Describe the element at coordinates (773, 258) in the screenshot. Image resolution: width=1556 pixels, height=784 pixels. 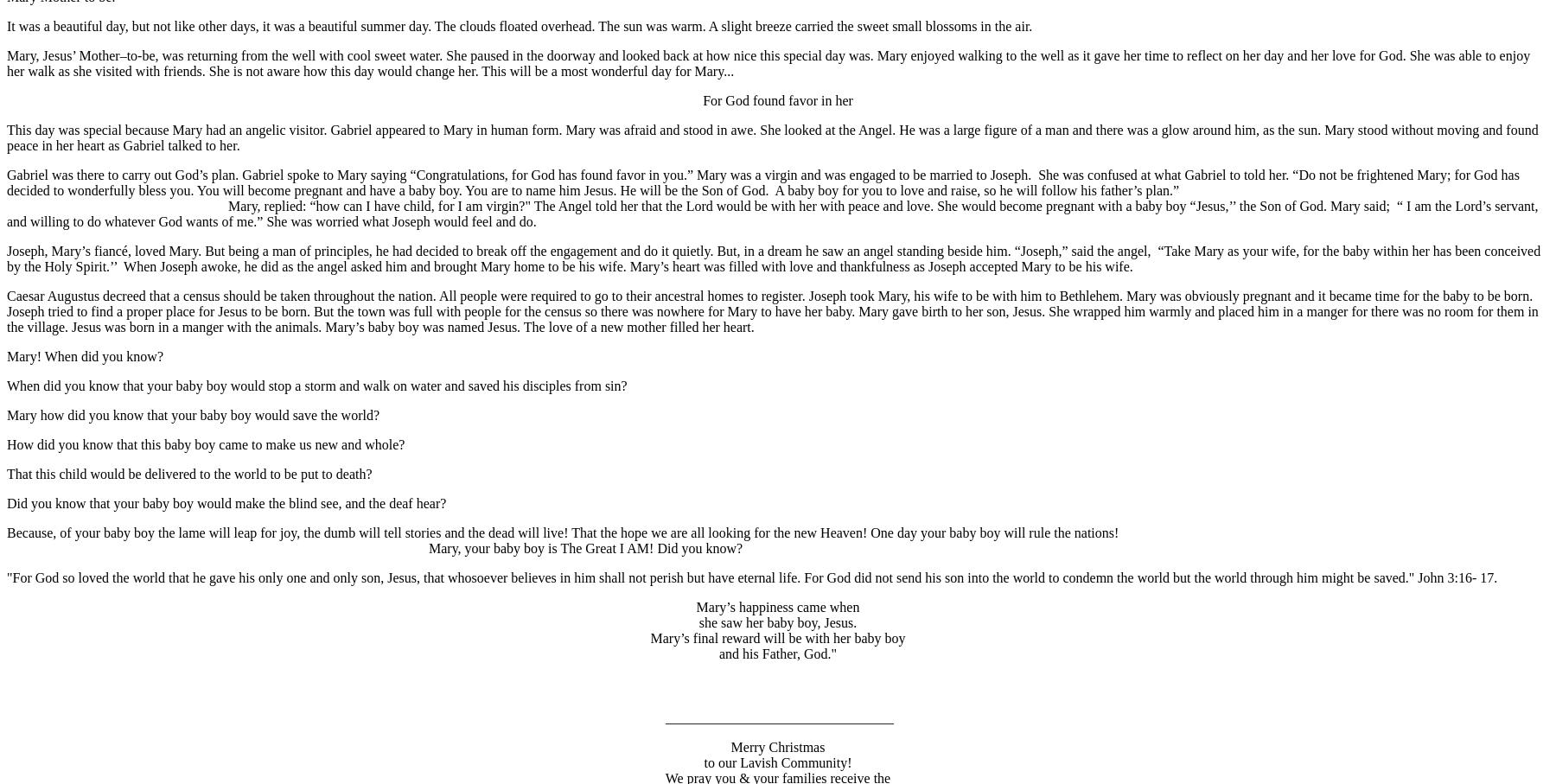
I see `'Joseph, Mary’s fiancé, loved Mary. But being a man of principles, he had decided to break off the engagement and do it quietly. But, in a dream he saw an angel standing beside him. “Joseph,” said the angel,  “Take Mary as your wife, for the baby within her has been conceived by the Holy Spirit.’’  When Joseph awoke, he did as the angel asked him and brought Mary home to be his wife. Mary’s heart was filled with love and thankfulness as Joseph accepted Mary to be his wife.'` at that location.